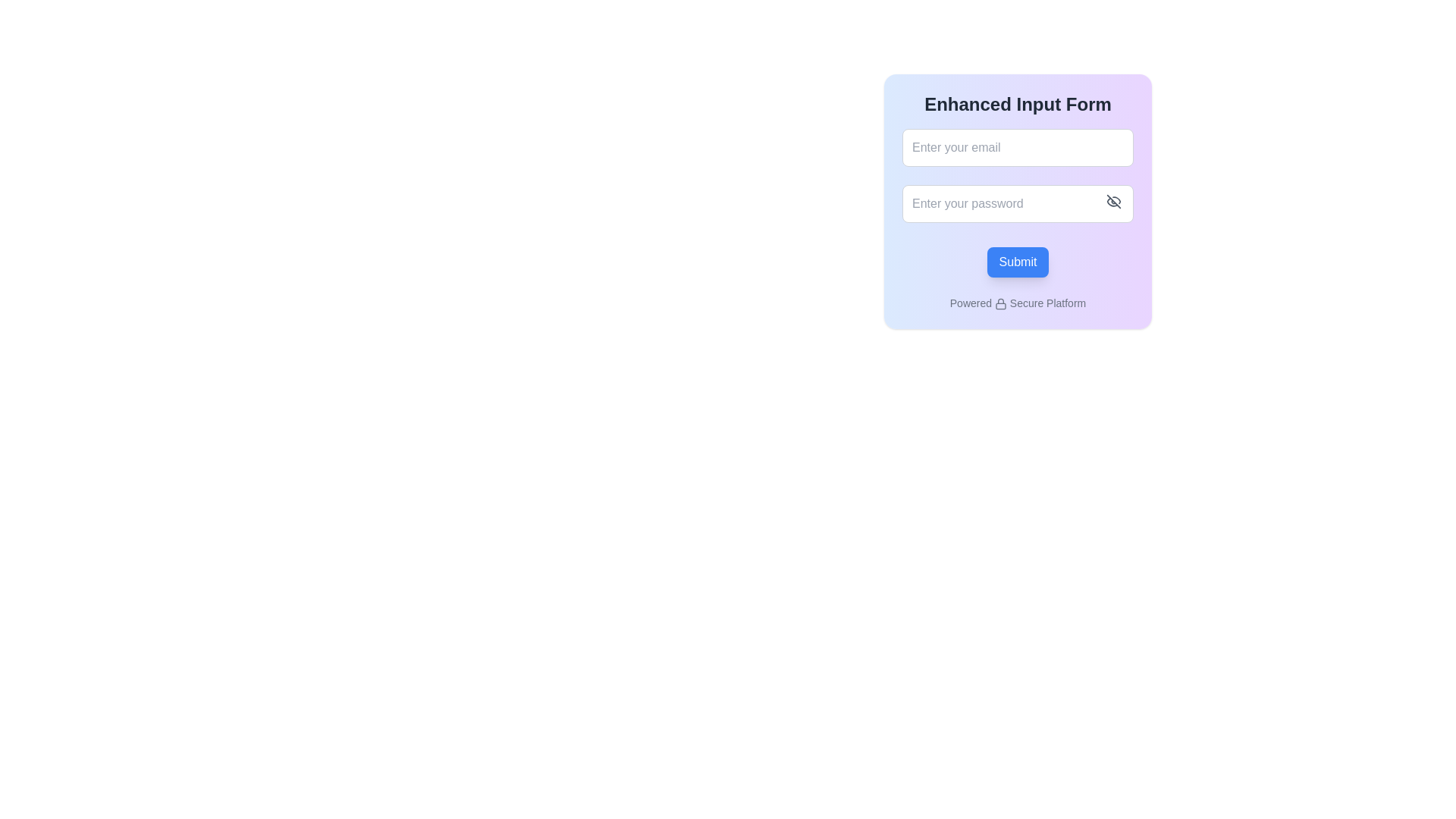  What do you see at coordinates (1018, 203) in the screenshot?
I see `the eye icon inside the Password input field` at bounding box center [1018, 203].